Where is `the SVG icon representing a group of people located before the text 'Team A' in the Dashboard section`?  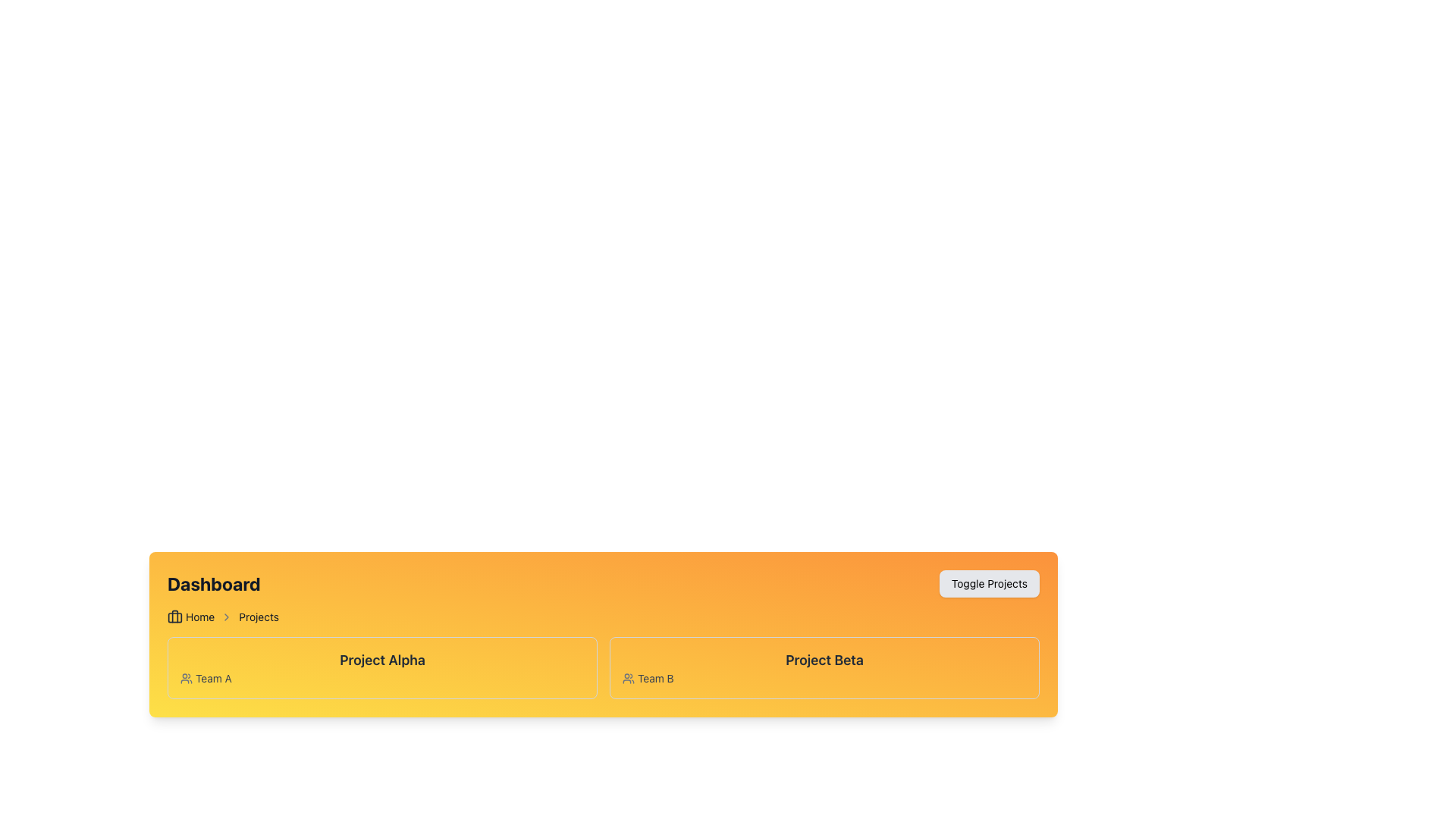 the SVG icon representing a group of people located before the text 'Team A' in the Dashboard section is located at coordinates (185, 677).